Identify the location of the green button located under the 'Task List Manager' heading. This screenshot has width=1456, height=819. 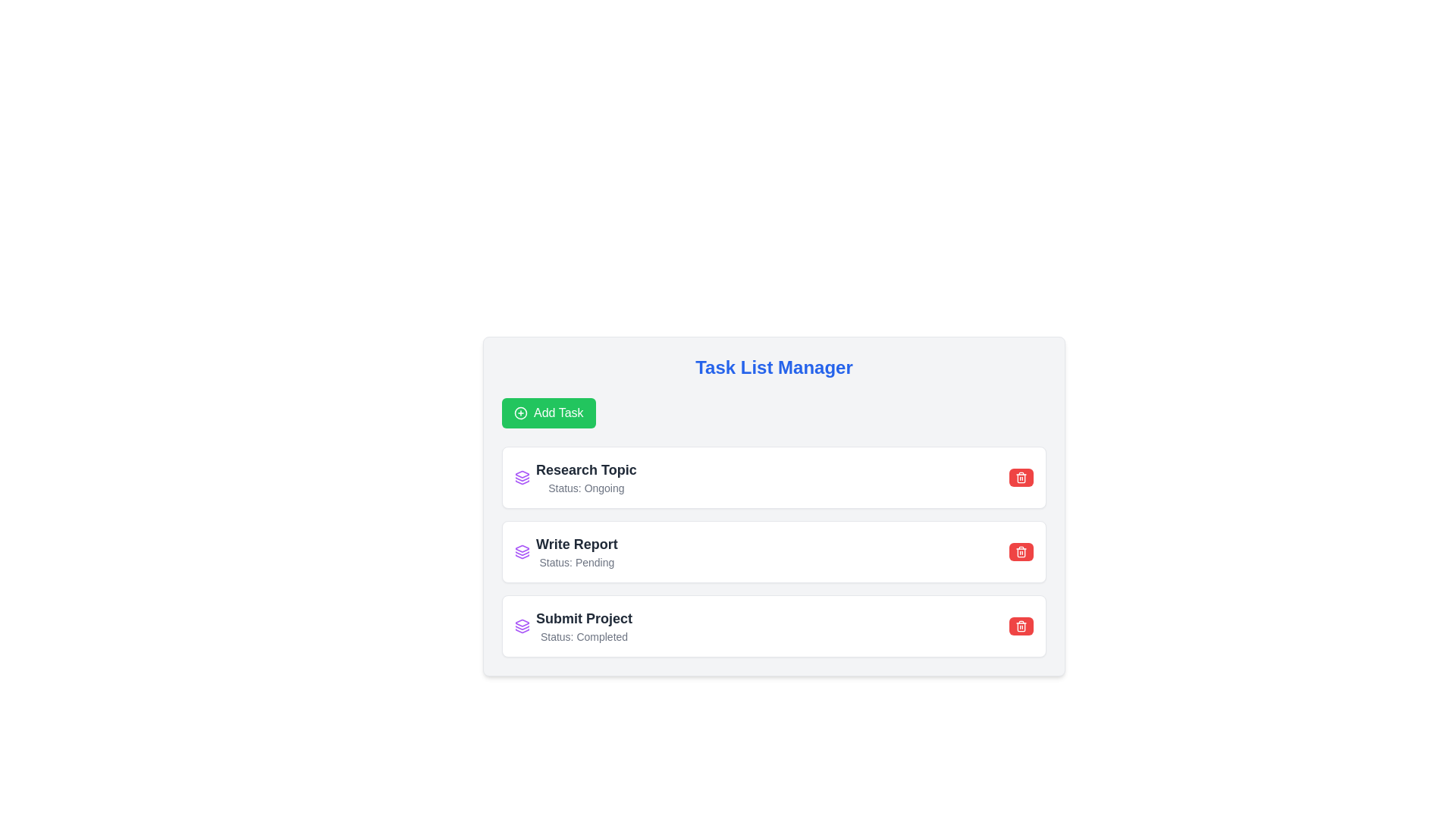
(548, 413).